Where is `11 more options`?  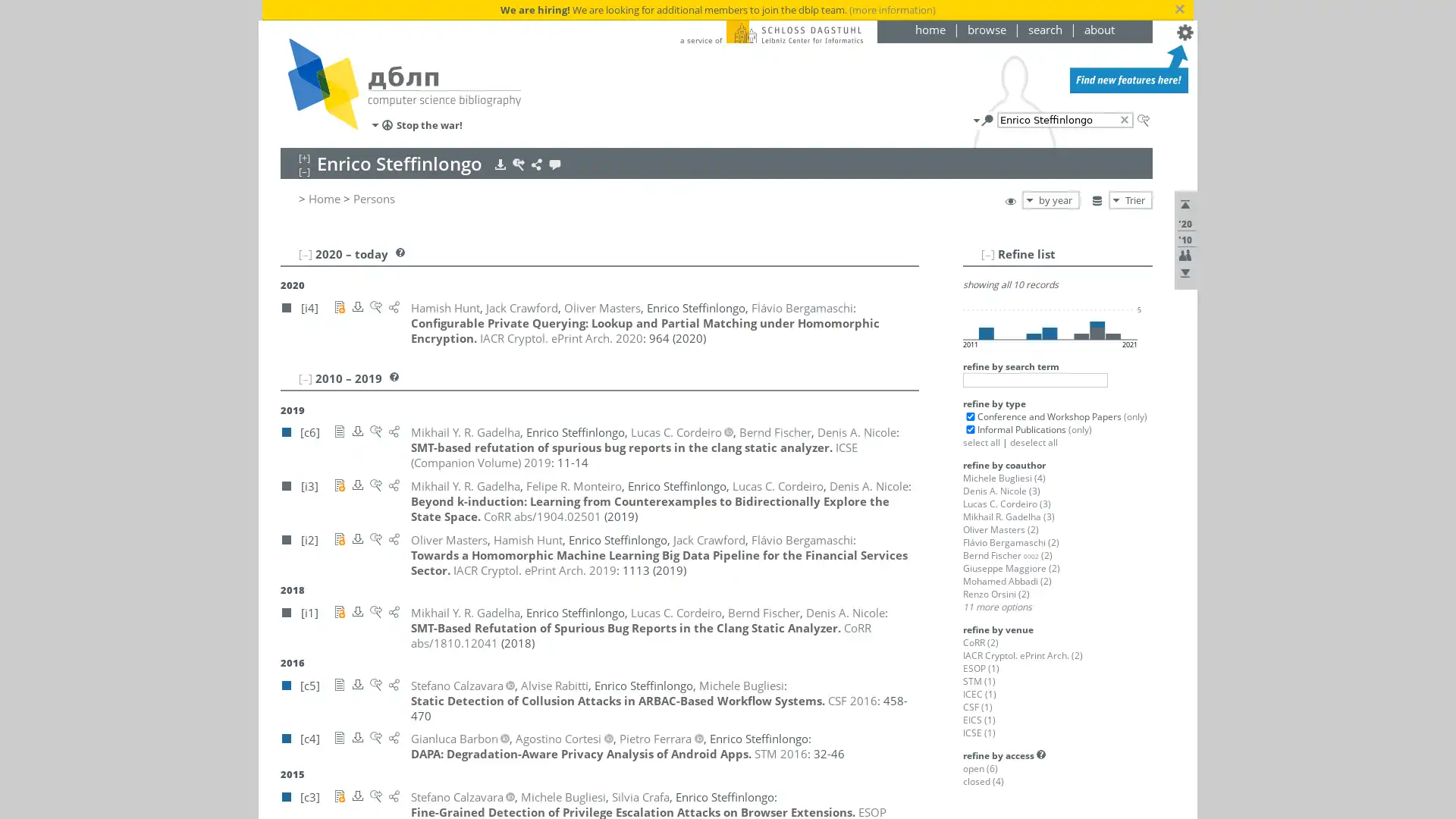
11 more options is located at coordinates (997, 606).